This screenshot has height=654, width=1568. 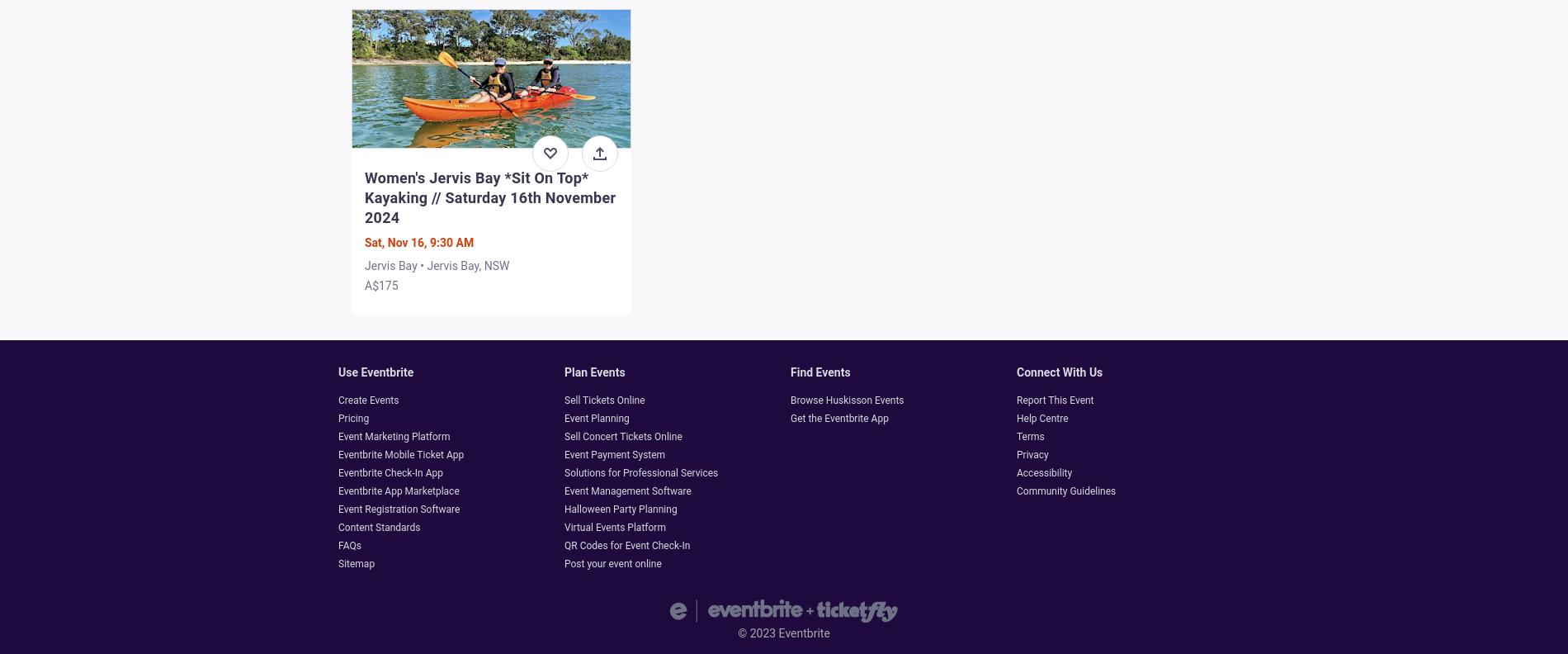 What do you see at coordinates (1015, 435) in the screenshot?
I see `'Terms'` at bounding box center [1015, 435].